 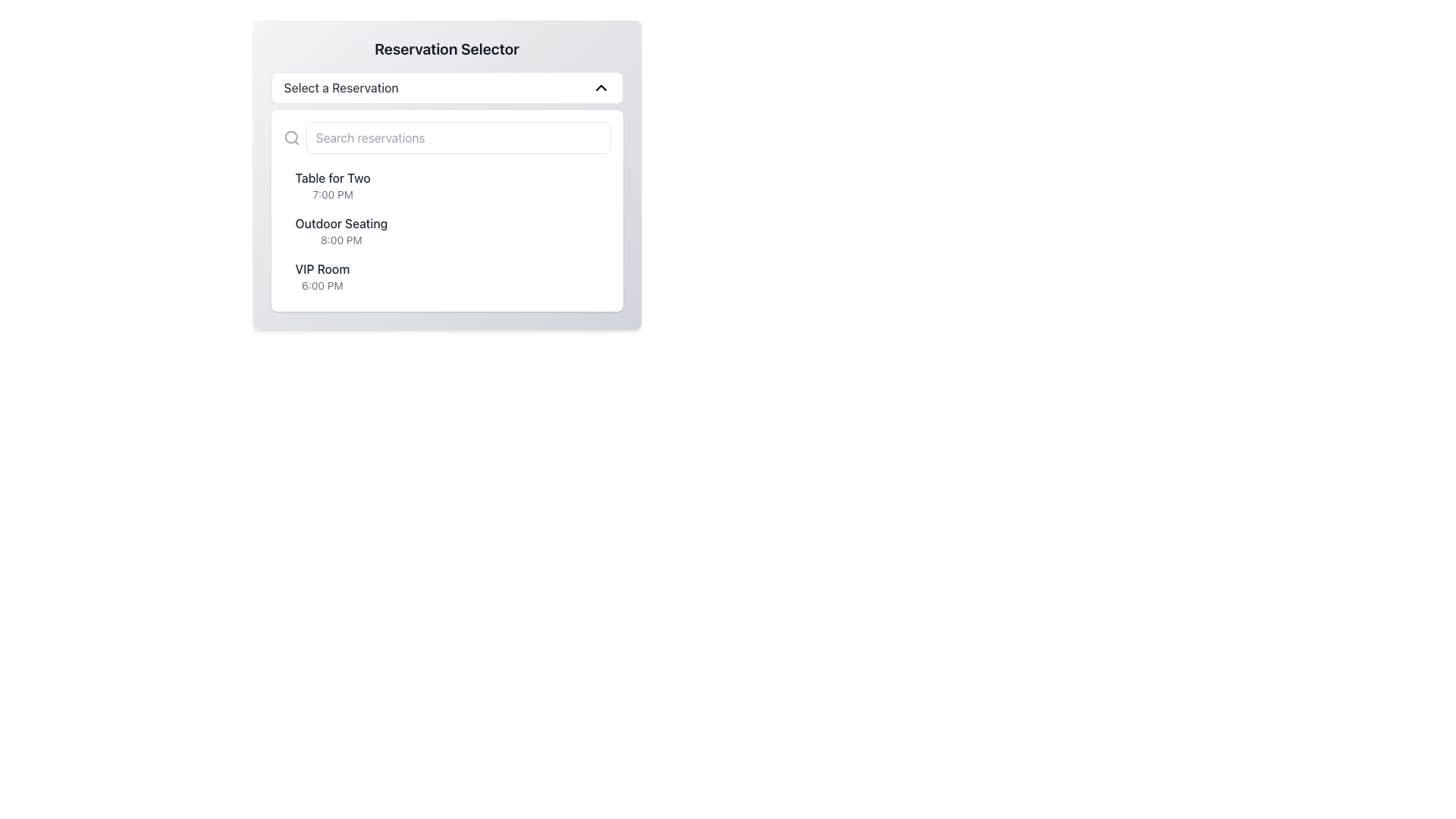 What do you see at coordinates (446, 174) in the screenshot?
I see `a reservation option from the Reservation Selector modal, which features a dropdown-triggering button labeled 'Select a Reservation'` at bounding box center [446, 174].